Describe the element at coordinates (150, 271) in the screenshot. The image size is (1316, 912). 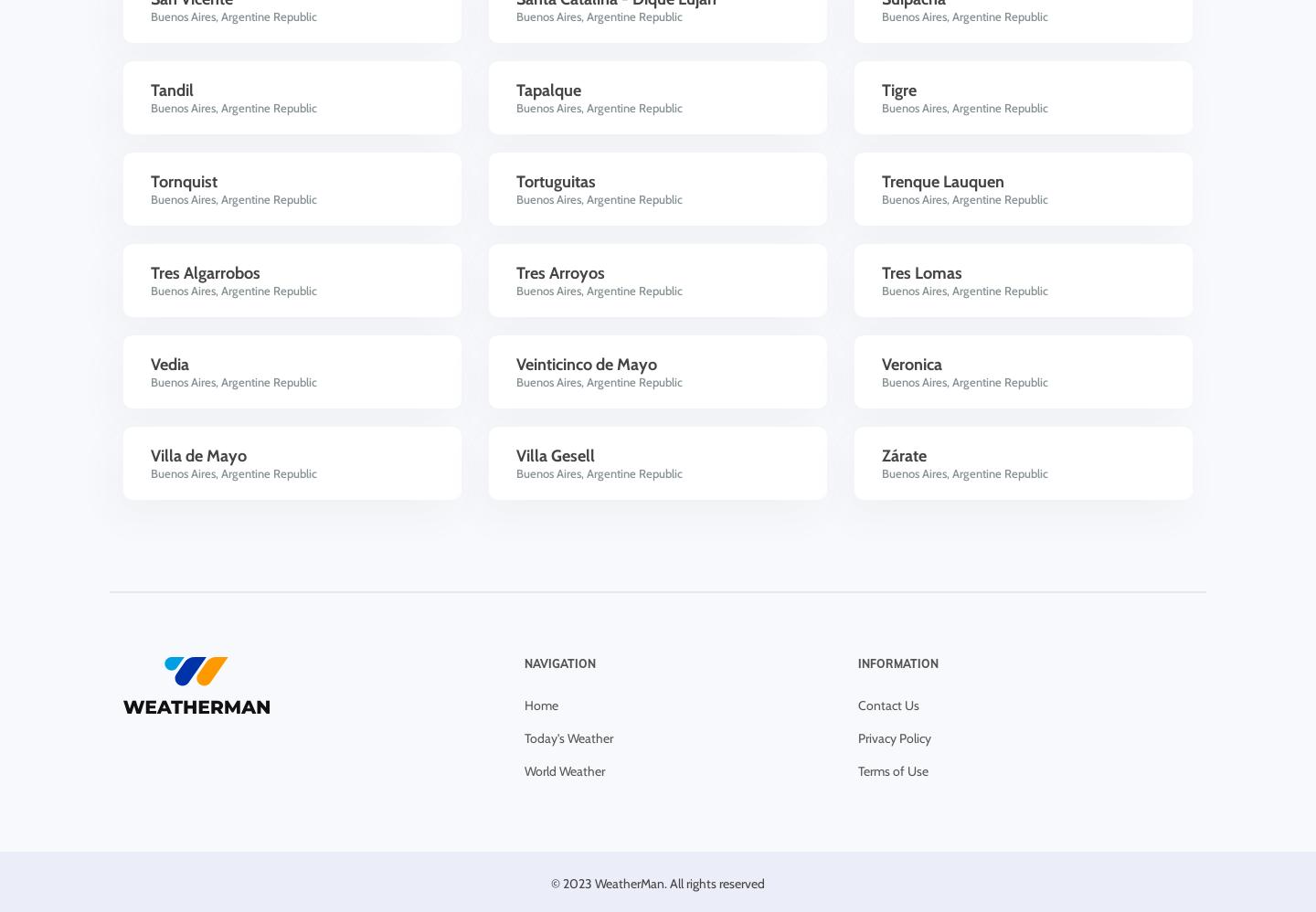
I see `'Tres Algarrobos'` at that location.